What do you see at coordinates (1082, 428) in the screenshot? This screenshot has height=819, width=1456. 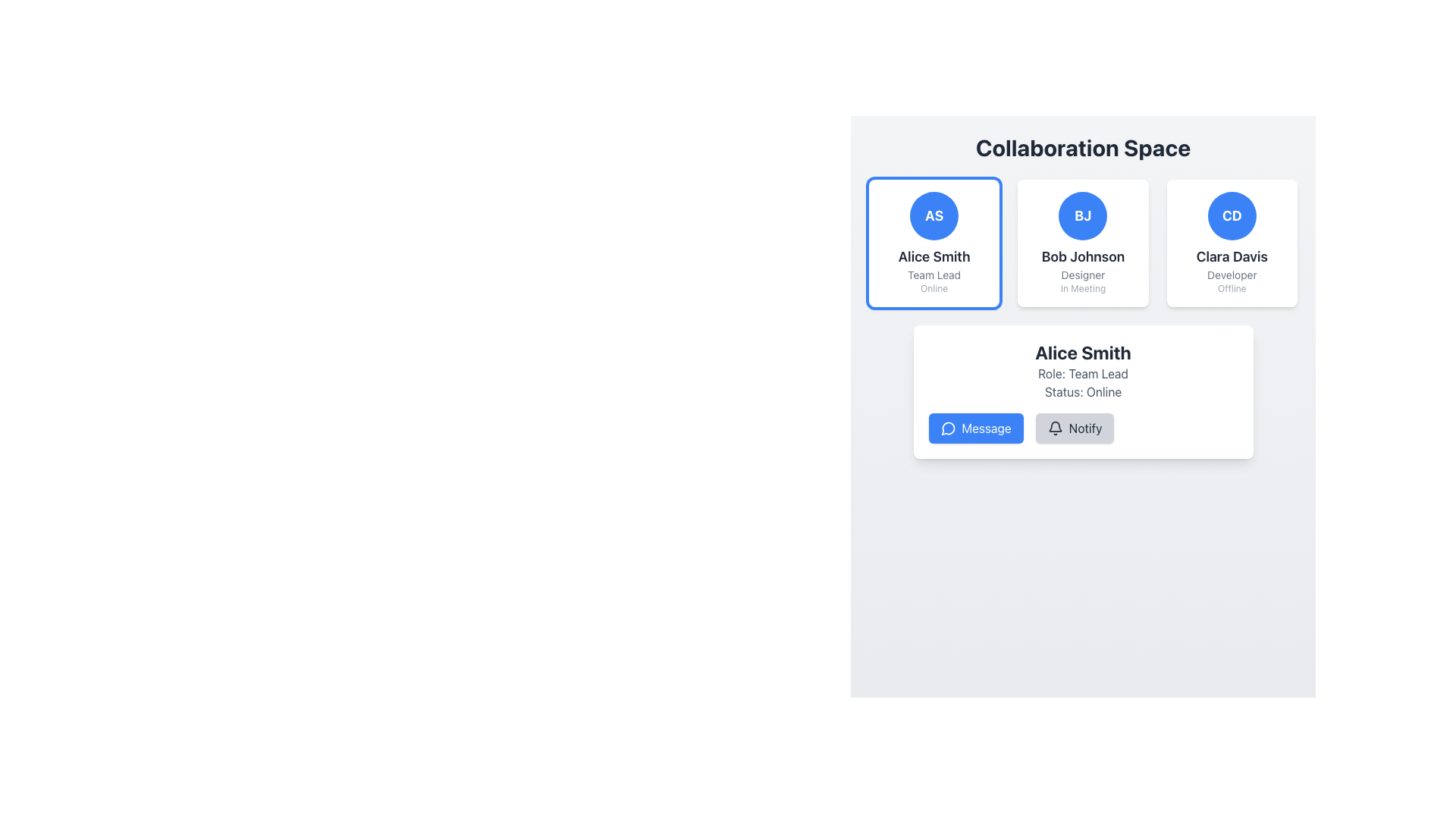 I see `the 'Notify' button, which is part of a horizontal group of buttons at the bottom section of the card displaying information about 'Alice Smith'` at bounding box center [1082, 428].